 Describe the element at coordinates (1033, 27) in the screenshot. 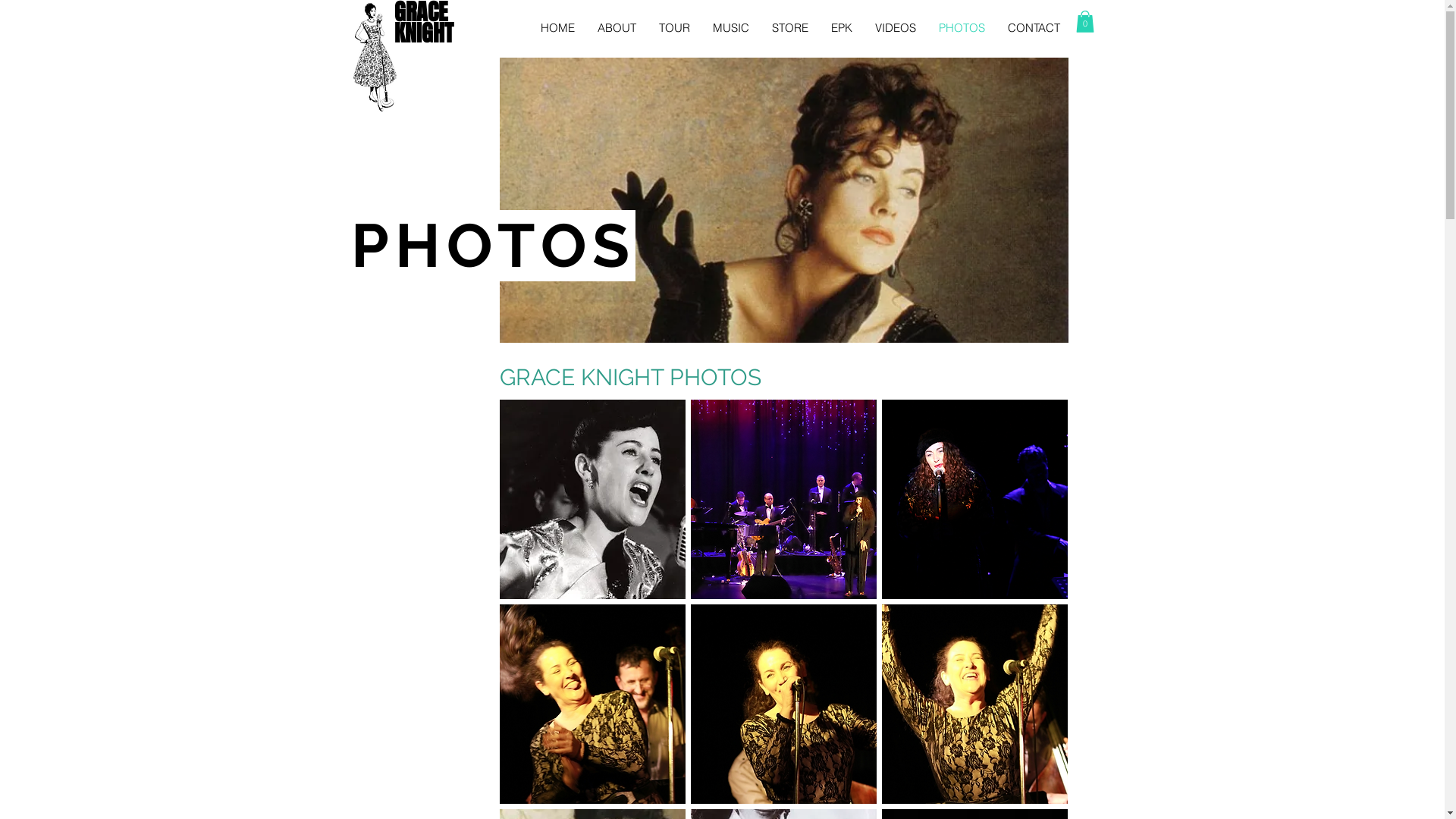

I see `'CONTACT'` at that location.